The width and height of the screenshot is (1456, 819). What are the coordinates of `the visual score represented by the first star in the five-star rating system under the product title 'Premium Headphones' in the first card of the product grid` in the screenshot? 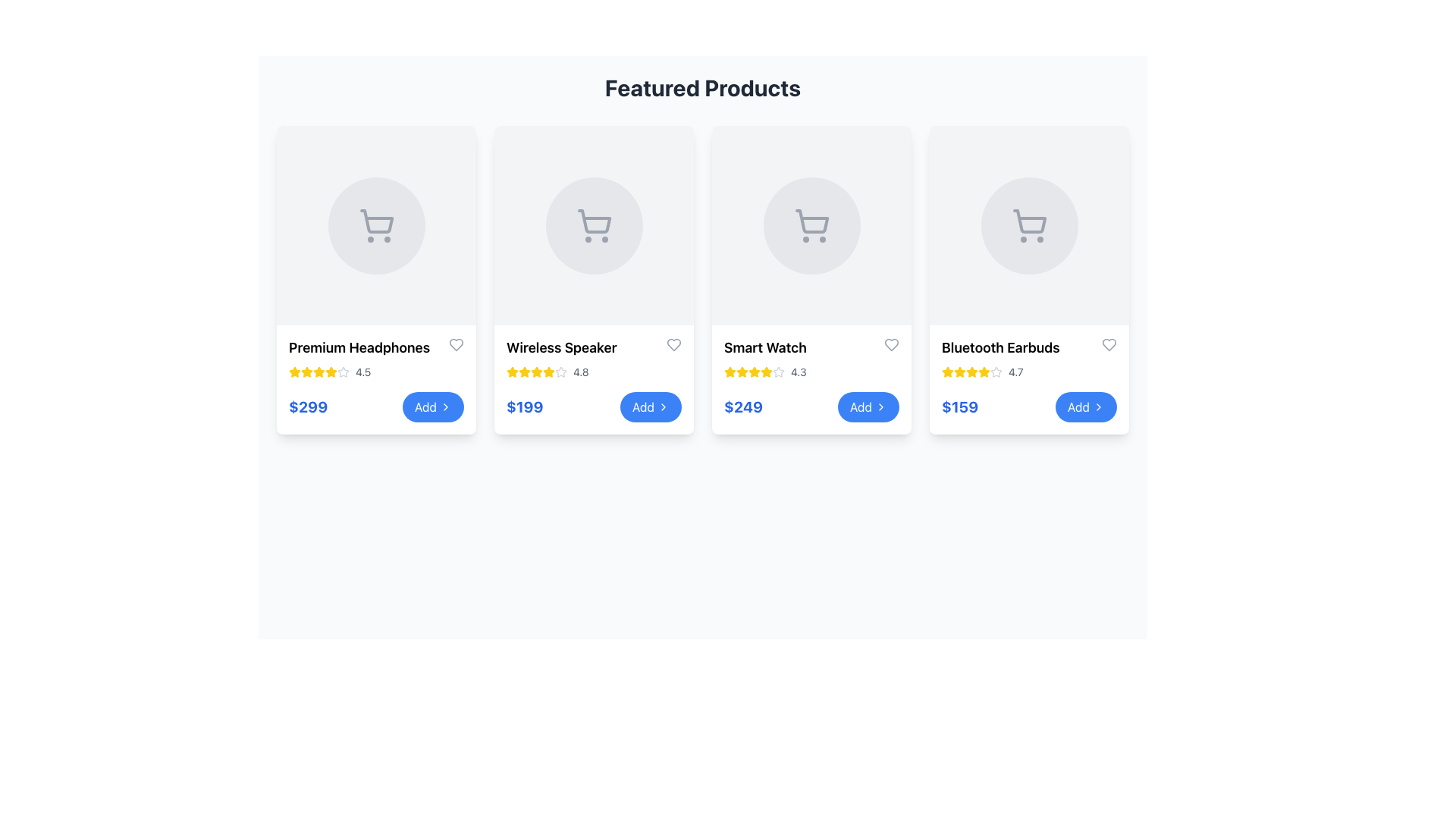 It's located at (306, 372).